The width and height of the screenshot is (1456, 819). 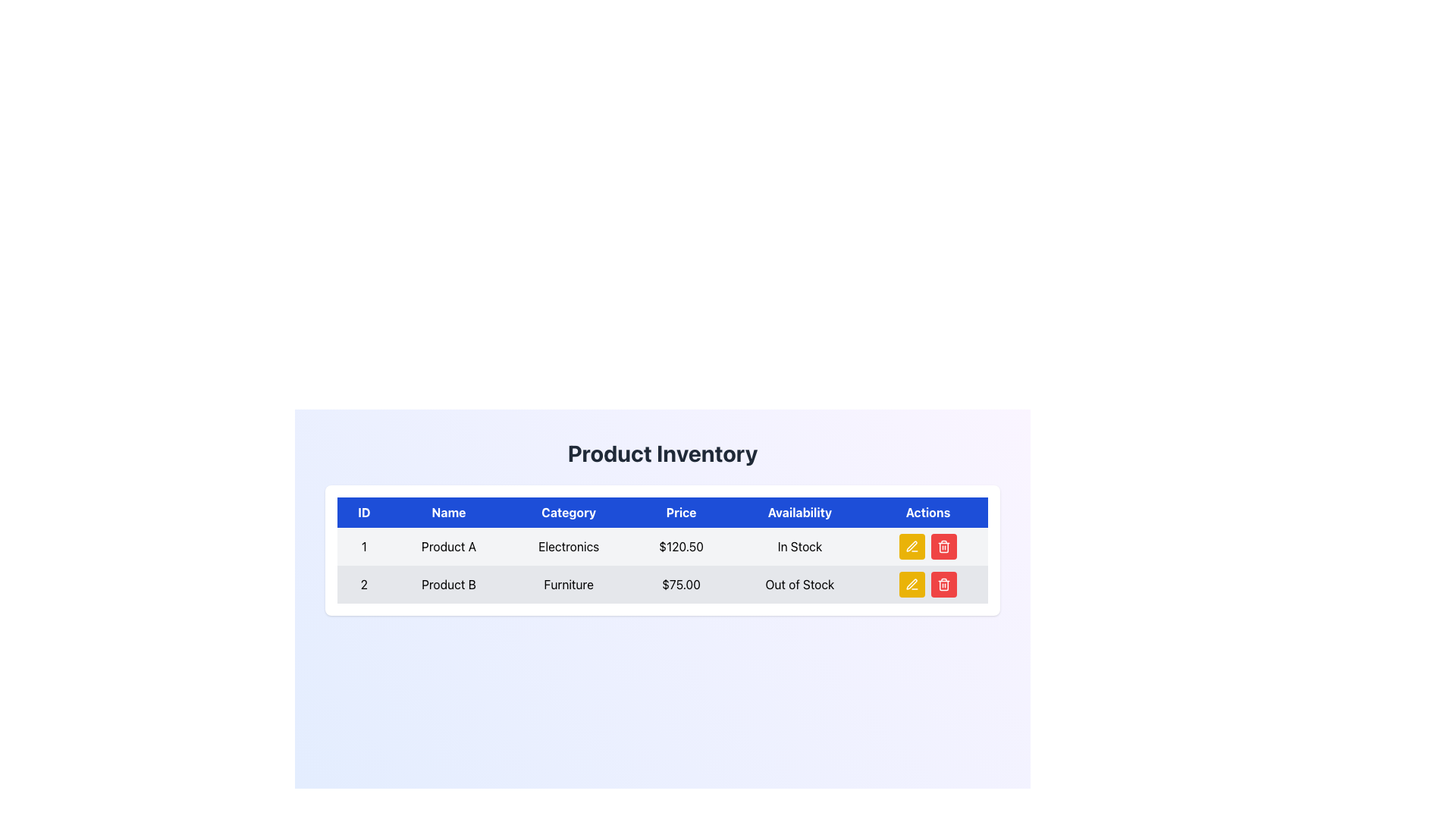 What do you see at coordinates (799, 584) in the screenshot?
I see `the text label indicating stock status for the product 'Furniture' priced at $75.00, which shows that the product is currently unavailable` at bounding box center [799, 584].